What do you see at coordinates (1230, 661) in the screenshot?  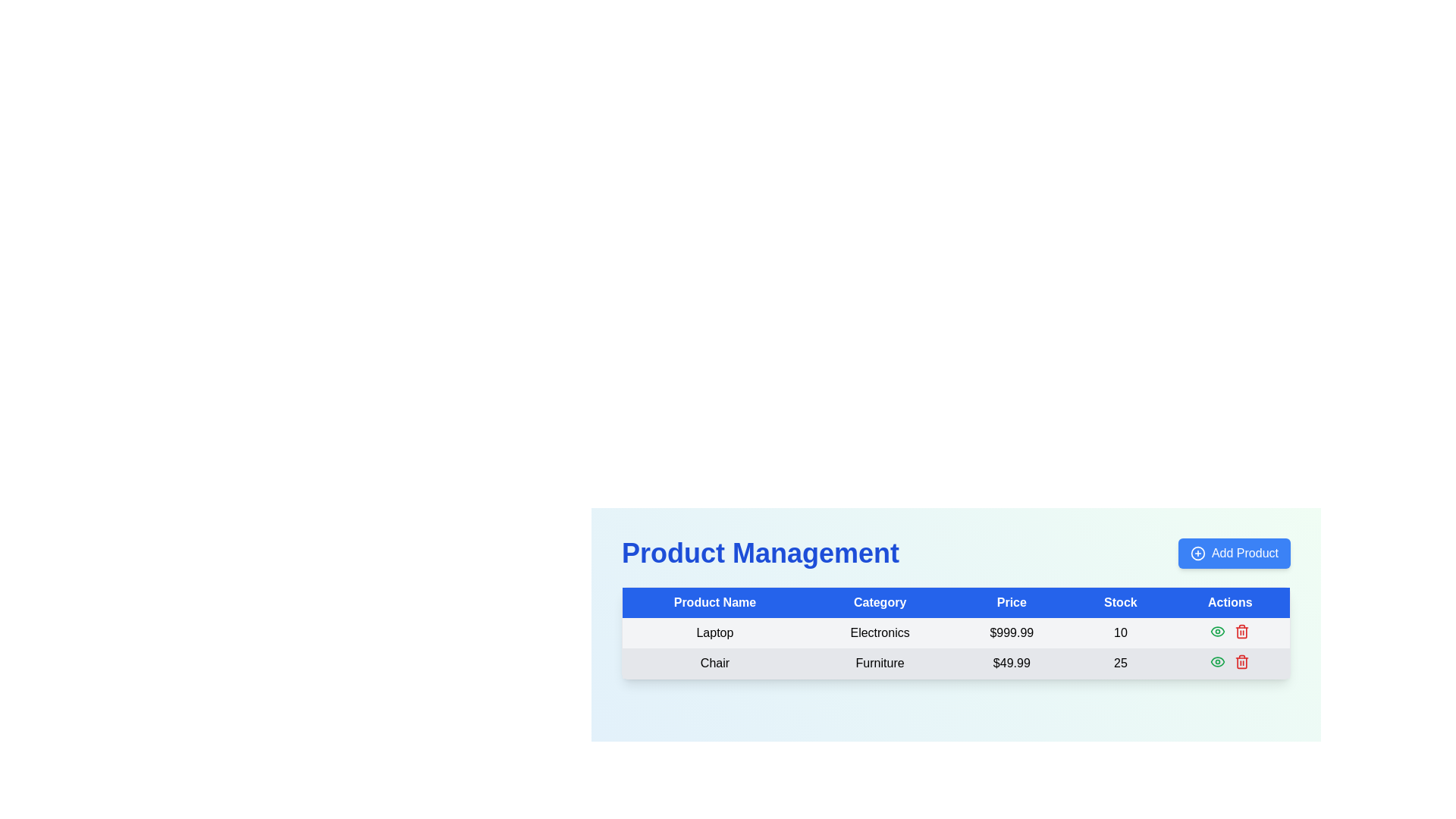 I see `the interactive icons in the 'Actions' column of the second row of the product management table` at bounding box center [1230, 661].